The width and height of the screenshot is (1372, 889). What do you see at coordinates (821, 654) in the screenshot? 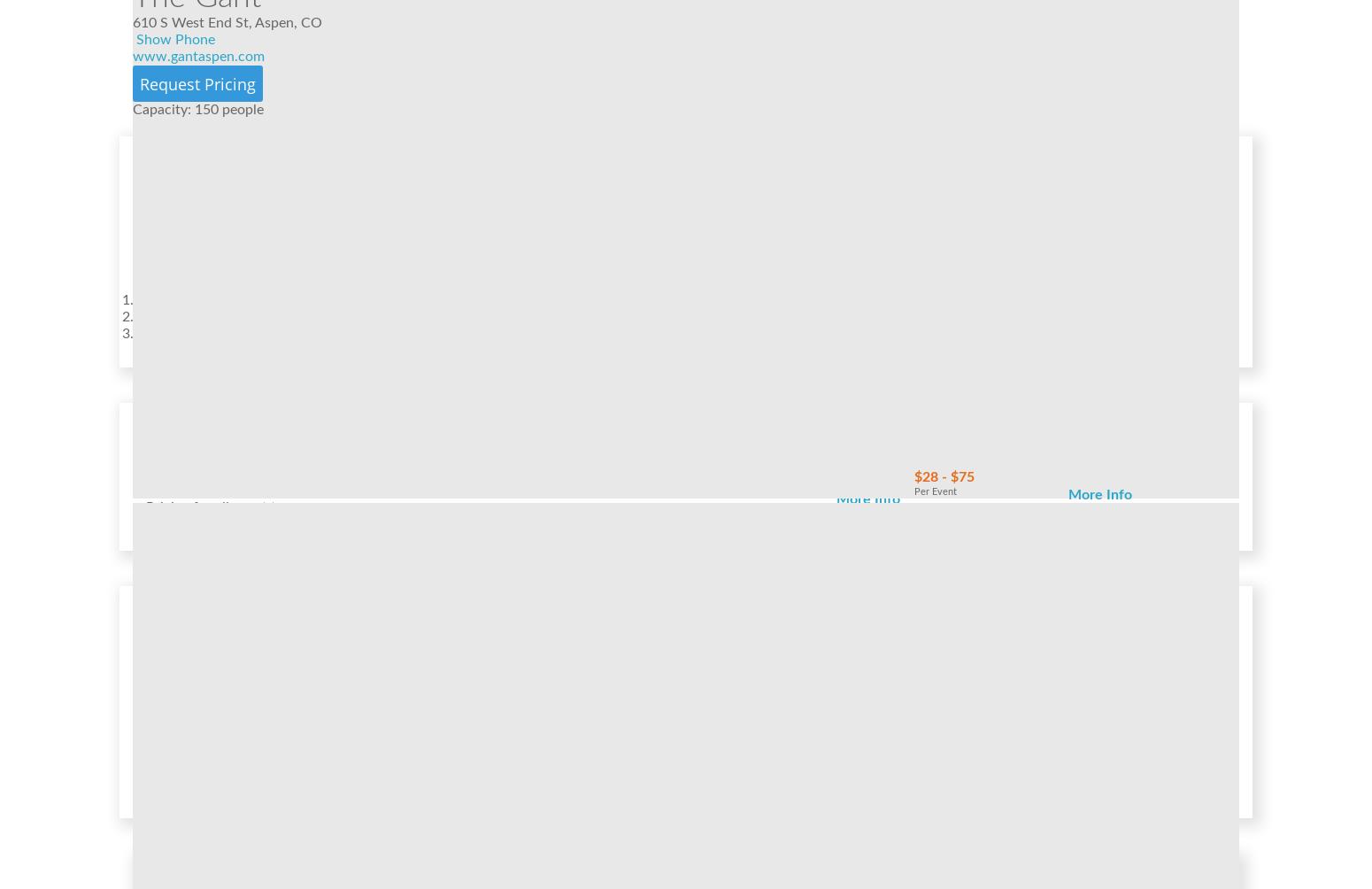
I see `'Conundrum'` at bounding box center [821, 654].